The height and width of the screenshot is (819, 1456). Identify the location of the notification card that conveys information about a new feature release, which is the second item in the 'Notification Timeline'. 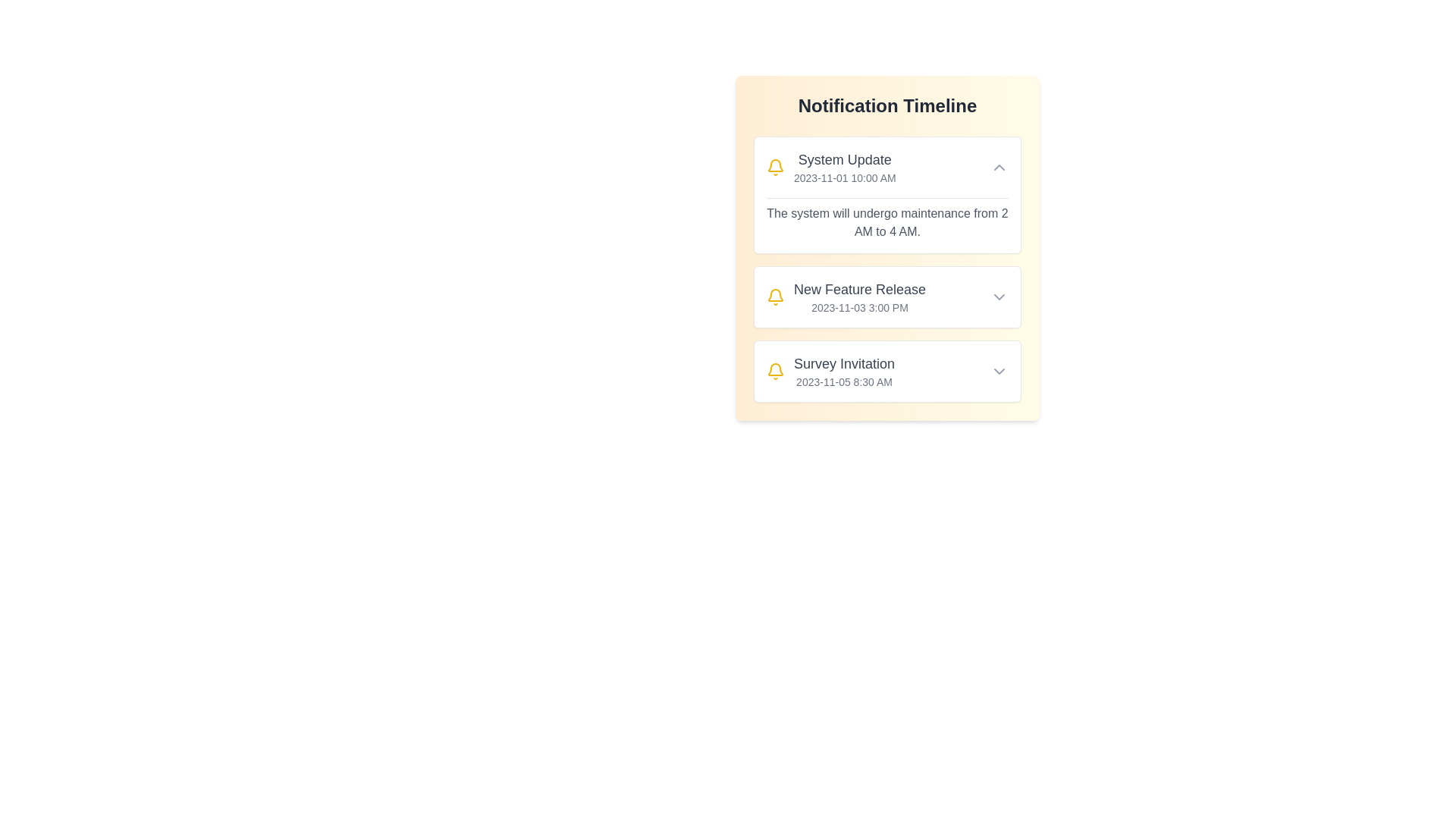
(887, 268).